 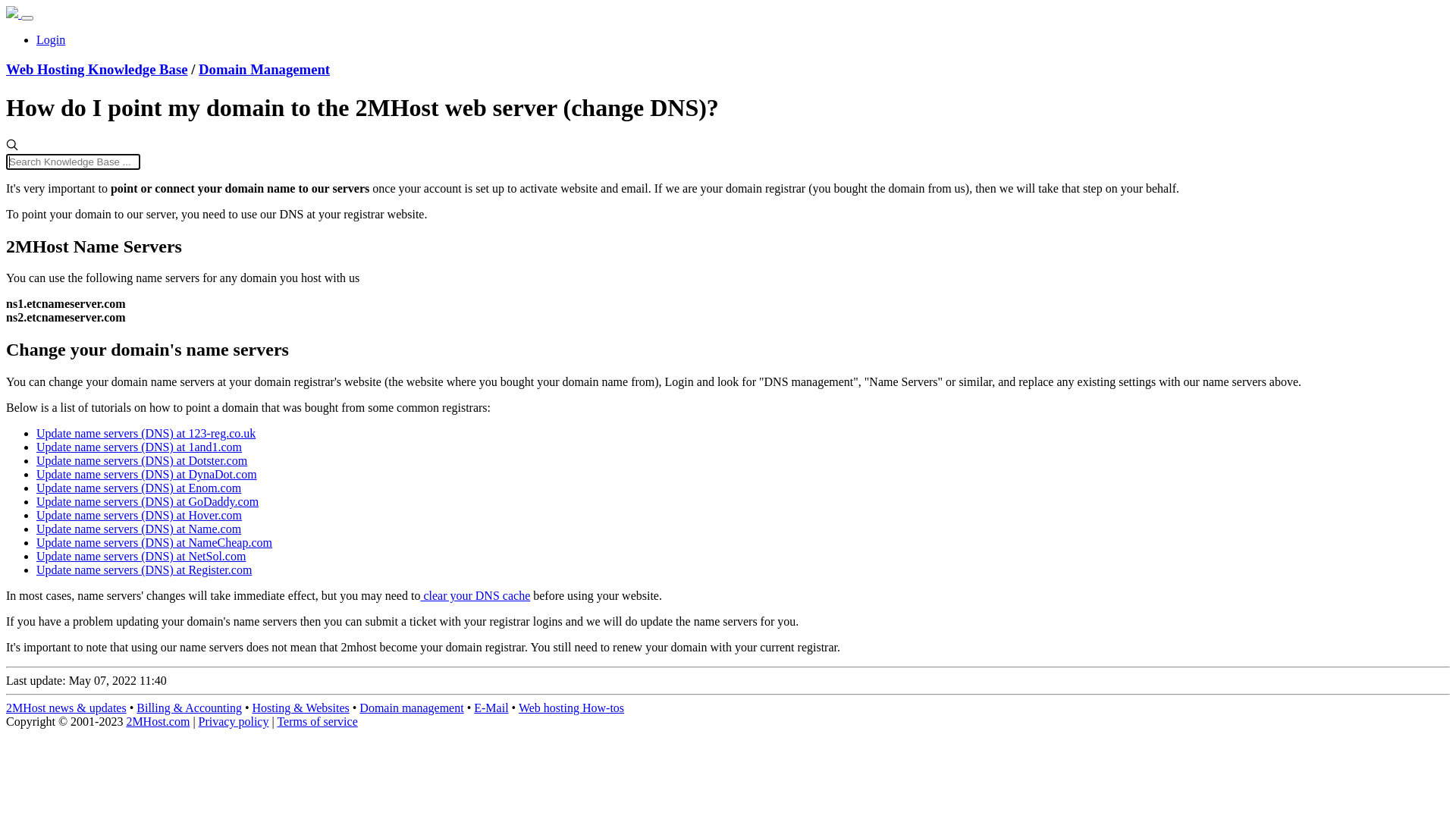 What do you see at coordinates (138, 488) in the screenshot?
I see `'Update name servers (DNS) at Enom.com'` at bounding box center [138, 488].